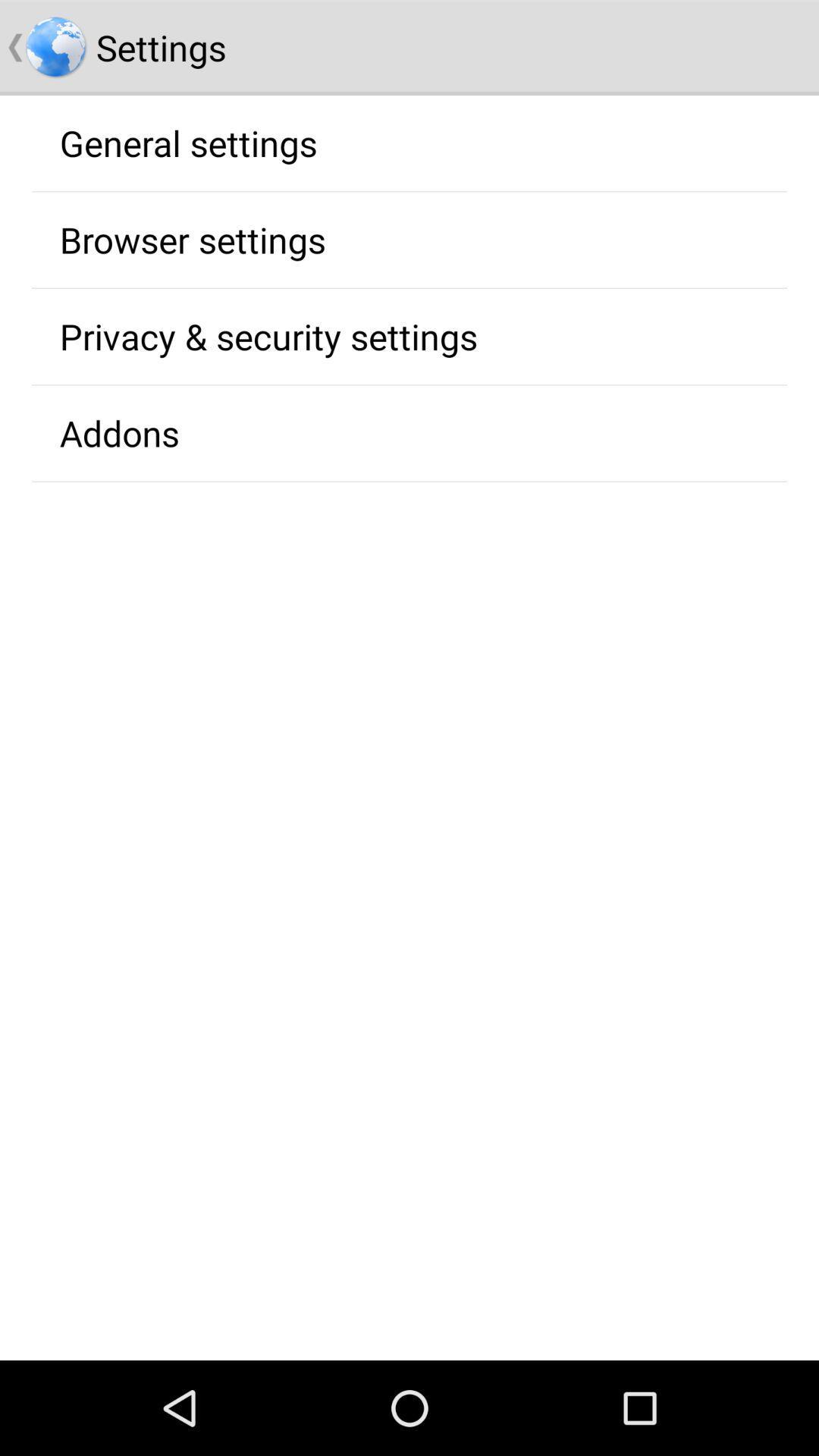  What do you see at coordinates (187, 143) in the screenshot?
I see `general settings app` at bounding box center [187, 143].